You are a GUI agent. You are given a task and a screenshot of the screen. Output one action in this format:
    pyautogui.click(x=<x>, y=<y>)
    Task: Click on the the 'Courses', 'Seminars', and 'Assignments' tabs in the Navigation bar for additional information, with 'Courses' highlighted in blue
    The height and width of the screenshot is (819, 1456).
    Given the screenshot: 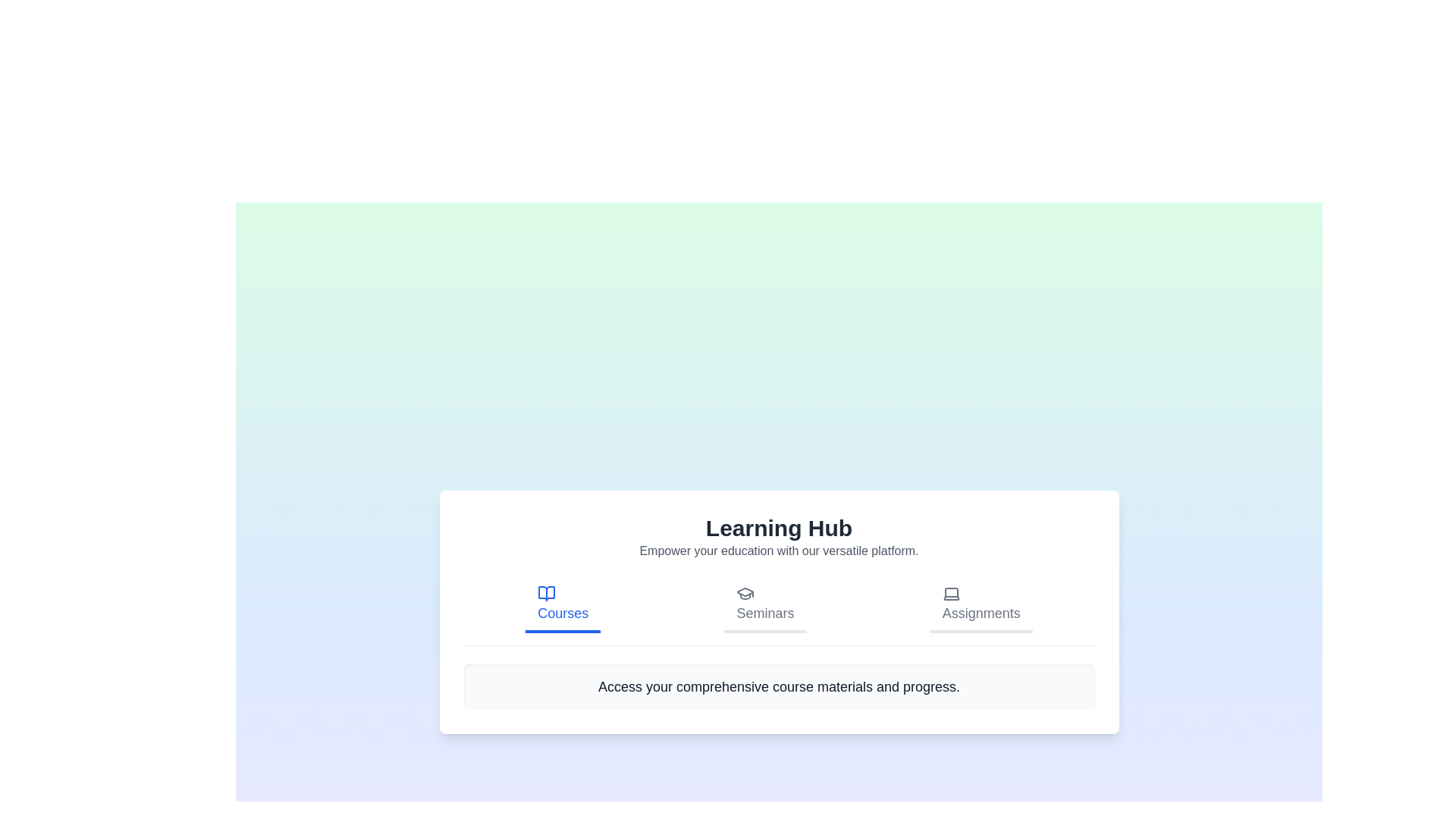 What is the action you would take?
    pyautogui.click(x=779, y=610)
    